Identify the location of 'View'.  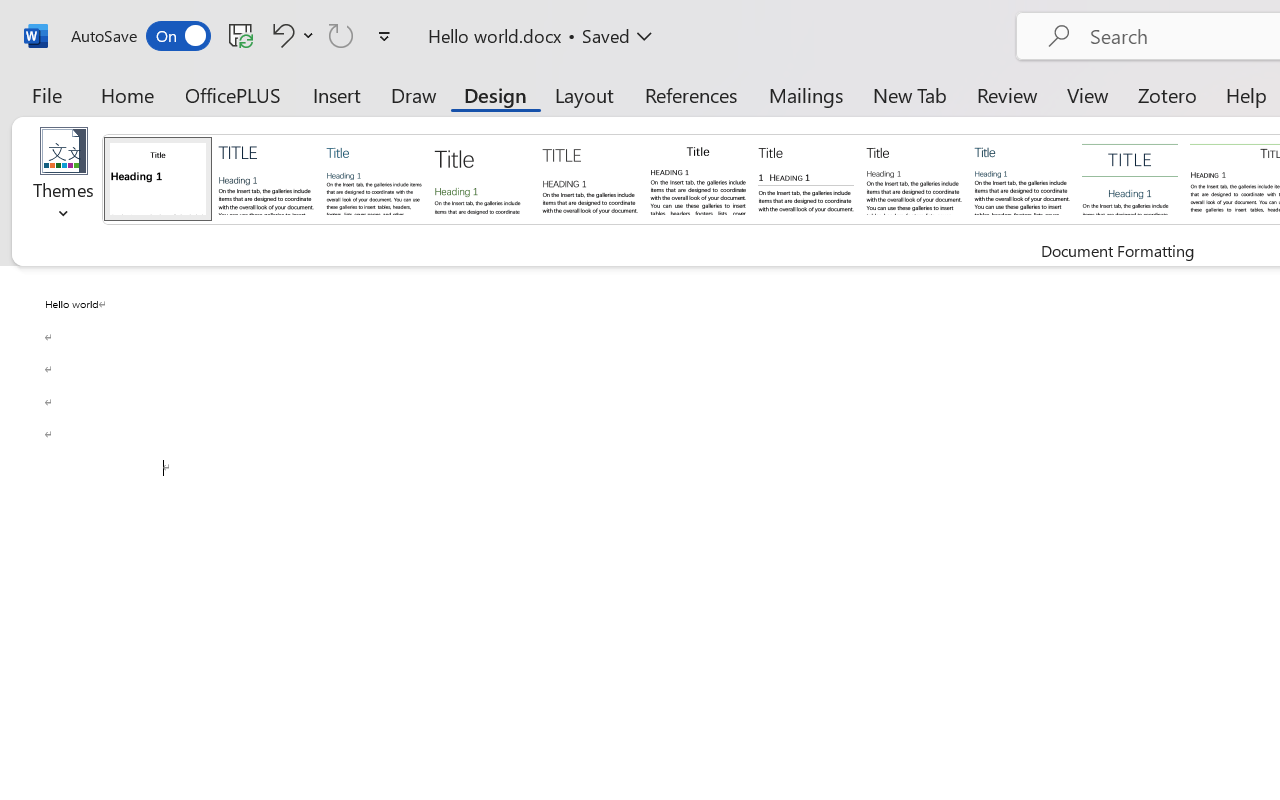
(1087, 94).